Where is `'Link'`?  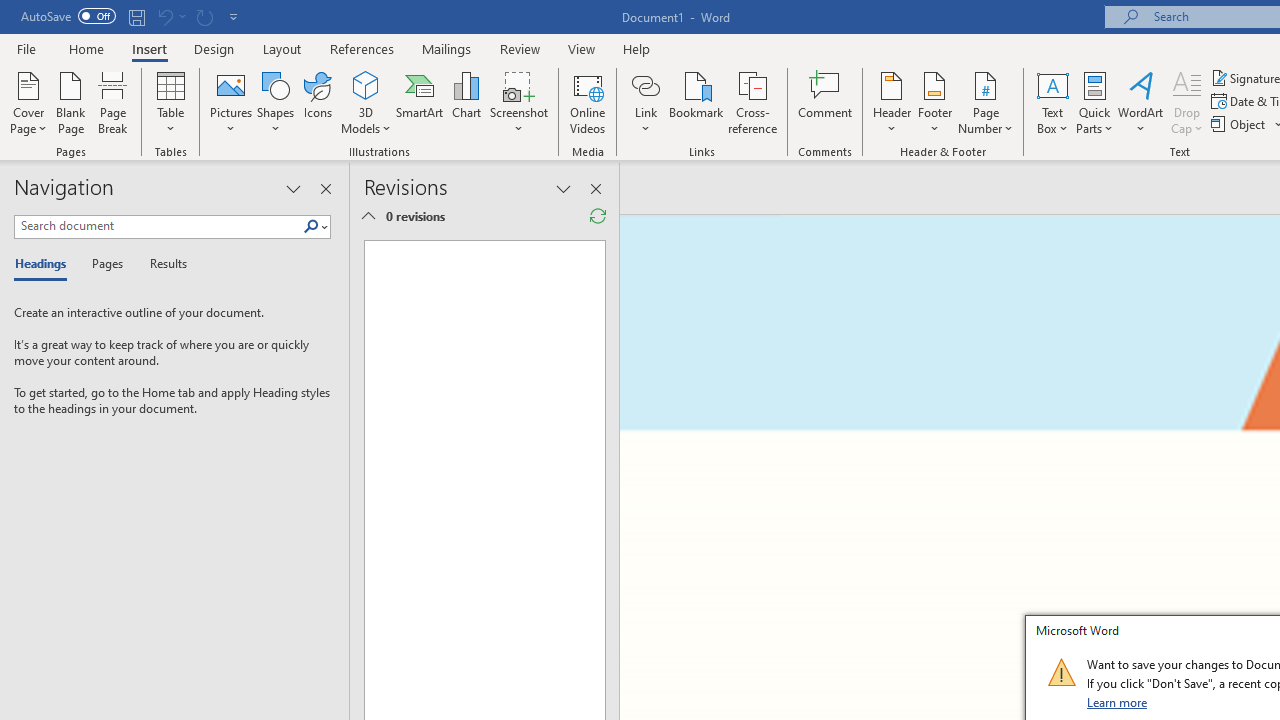
'Link' is located at coordinates (645, 103).